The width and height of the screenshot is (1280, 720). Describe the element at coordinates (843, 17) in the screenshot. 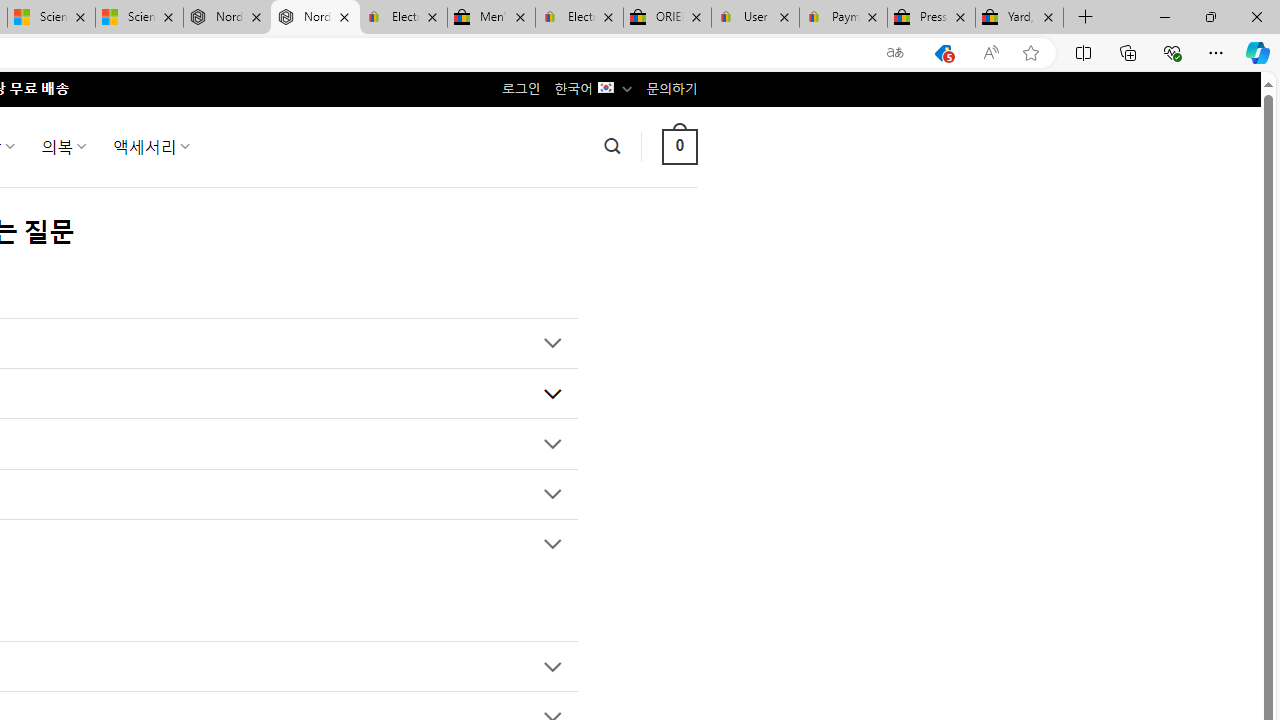

I see `'Payments Terms of Use | eBay.com'` at that location.